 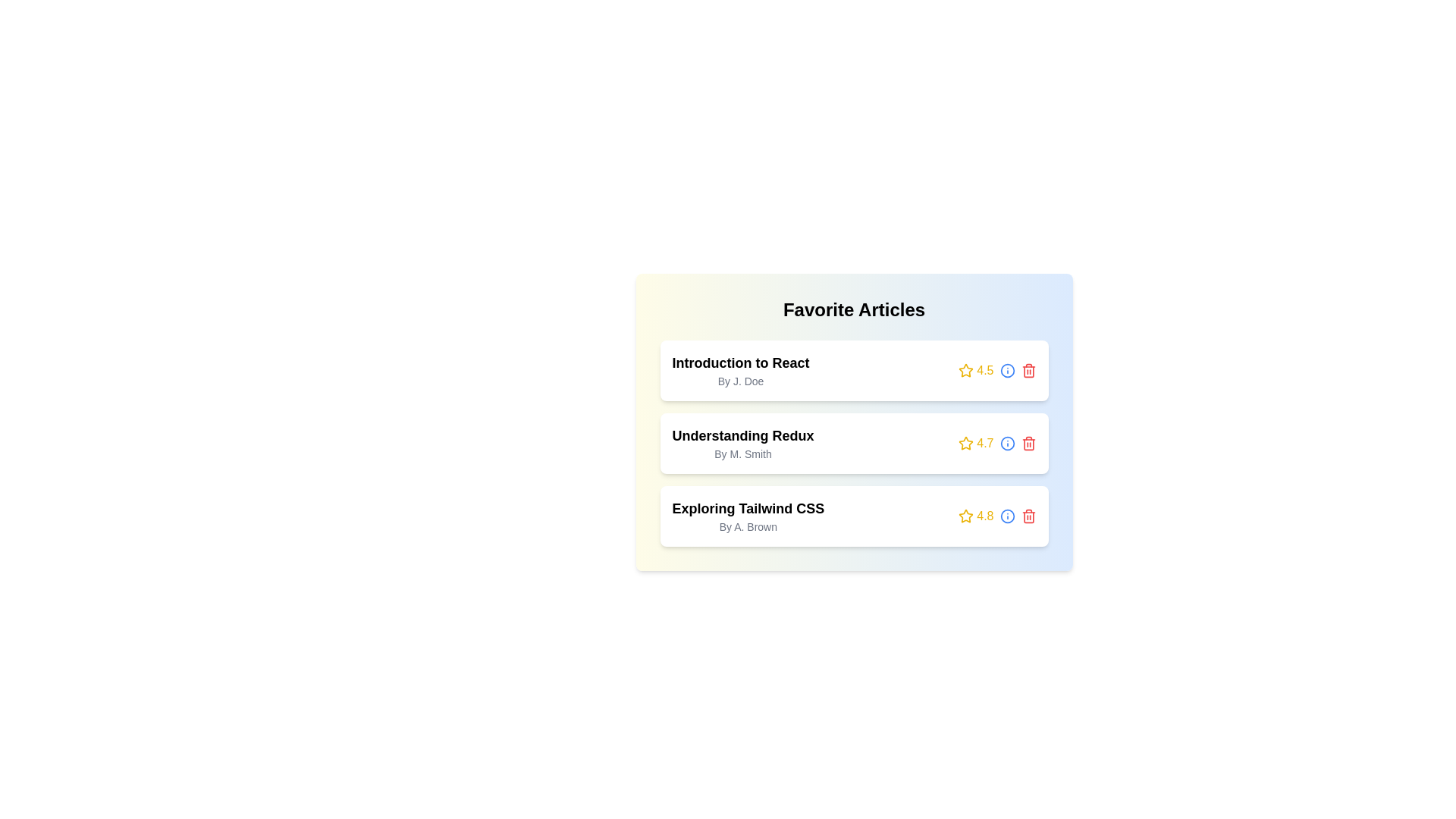 I want to click on the 'info' icon next to the article titled 'Introduction to React' to view its details, so click(x=1007, y=371).